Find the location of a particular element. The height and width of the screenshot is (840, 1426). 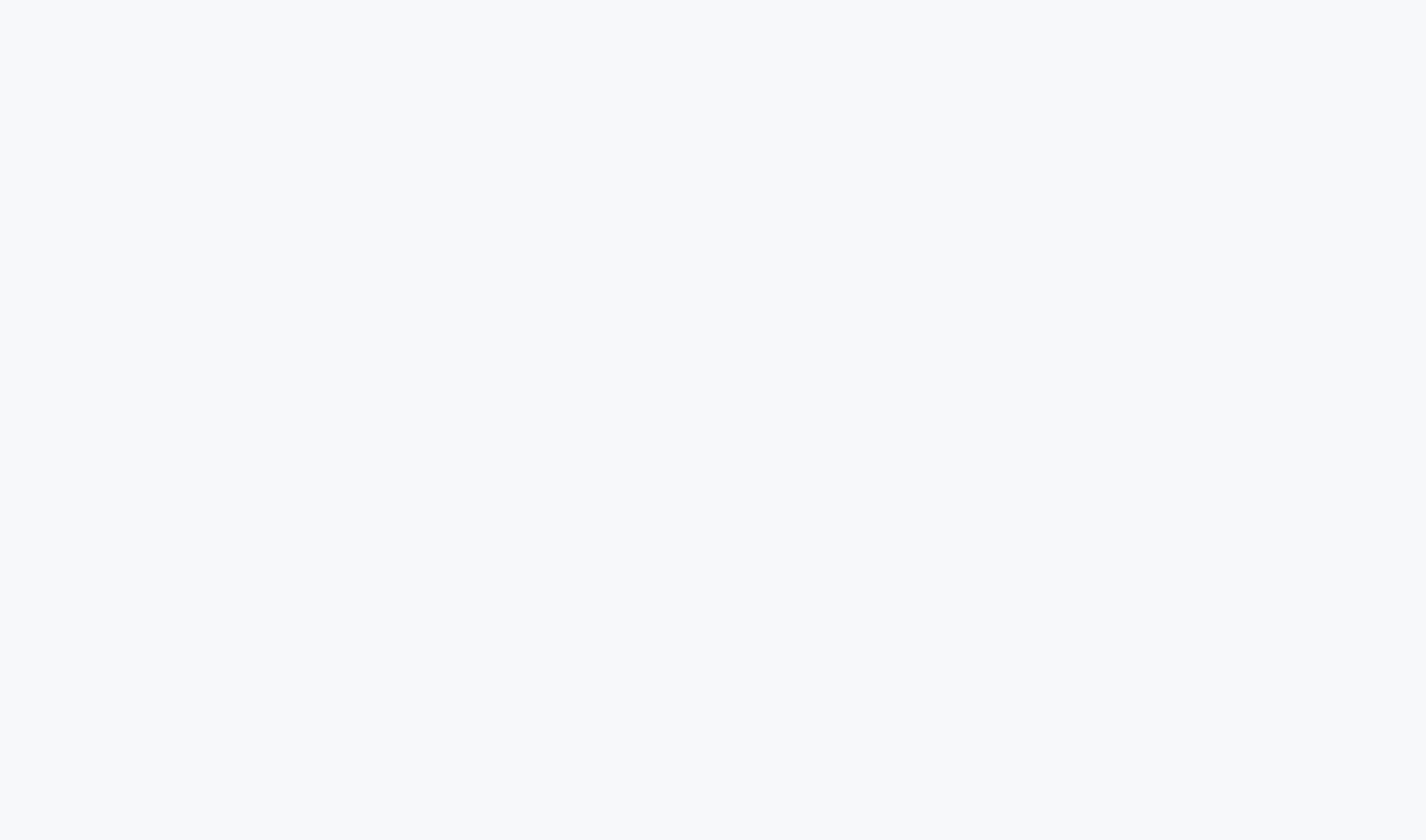

'Here' is located at coordinates (173, 163).